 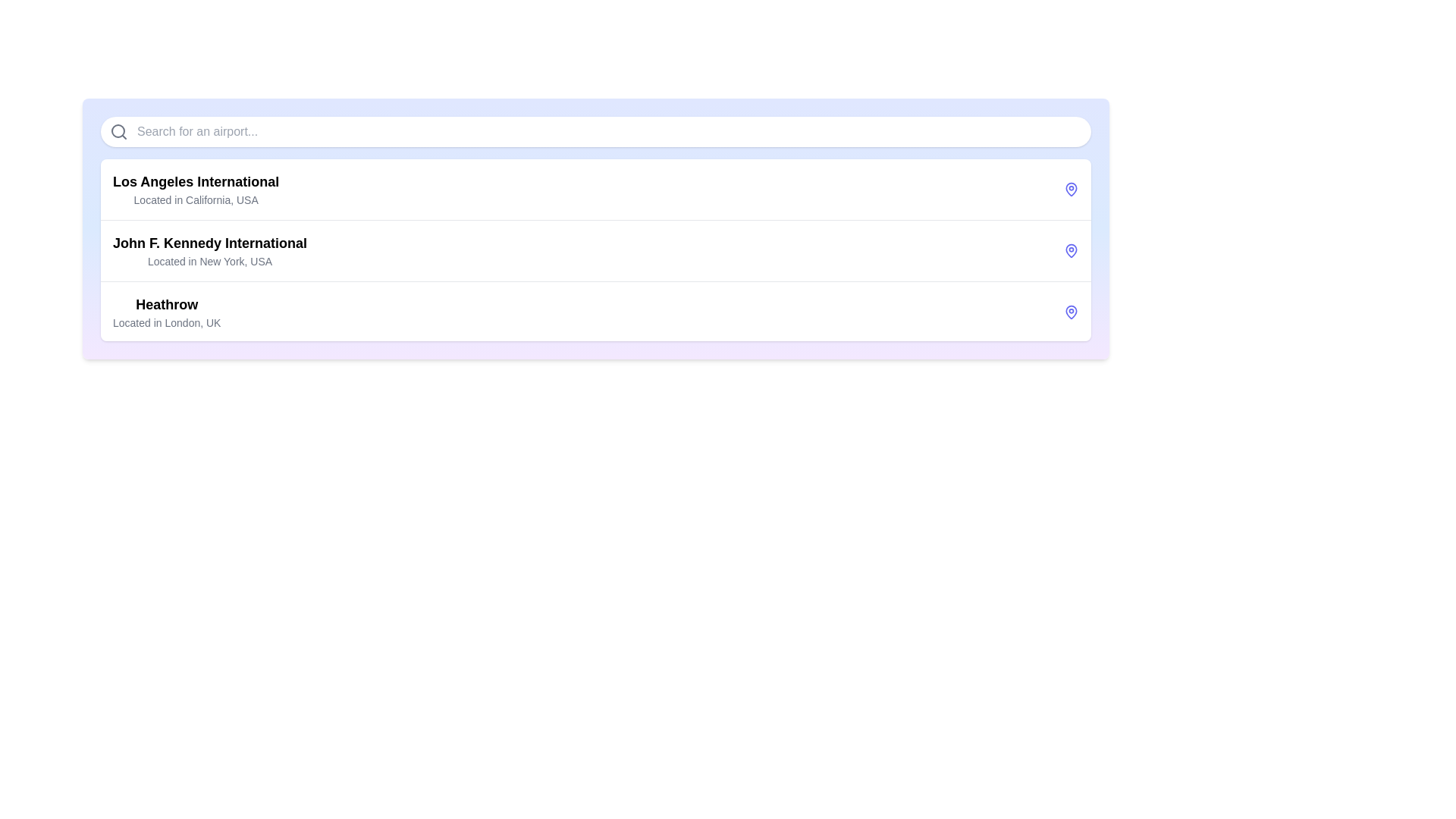 I want to click on the decorative icon located to the far right of the first list entry labeled 'Los Angeles International', so click(x=1070, y=189).